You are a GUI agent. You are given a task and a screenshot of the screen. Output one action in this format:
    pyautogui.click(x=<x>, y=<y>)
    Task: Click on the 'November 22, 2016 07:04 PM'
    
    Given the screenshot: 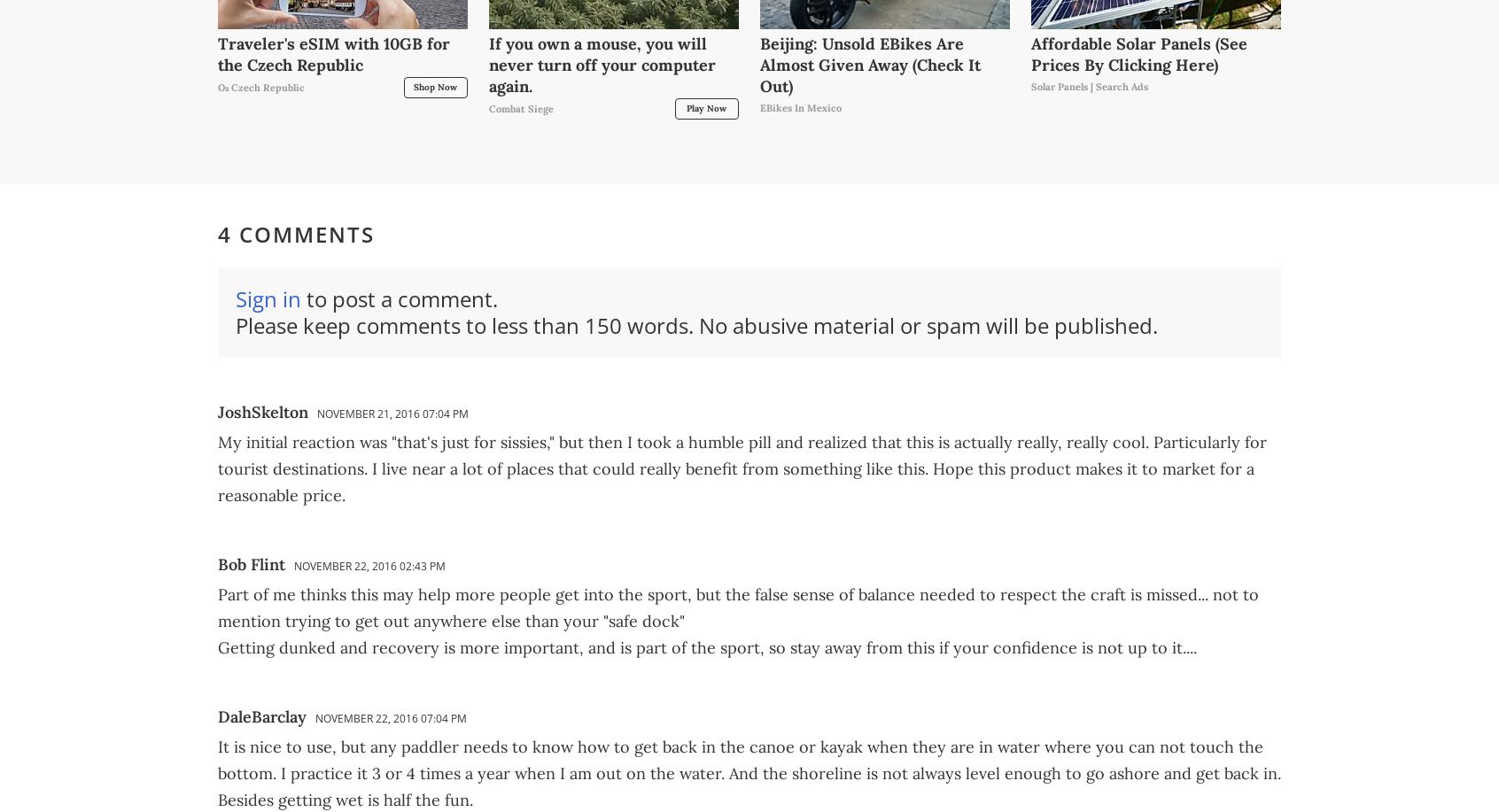 What is the action you would take?
    pyautogui.click(x=390, y=717)
    